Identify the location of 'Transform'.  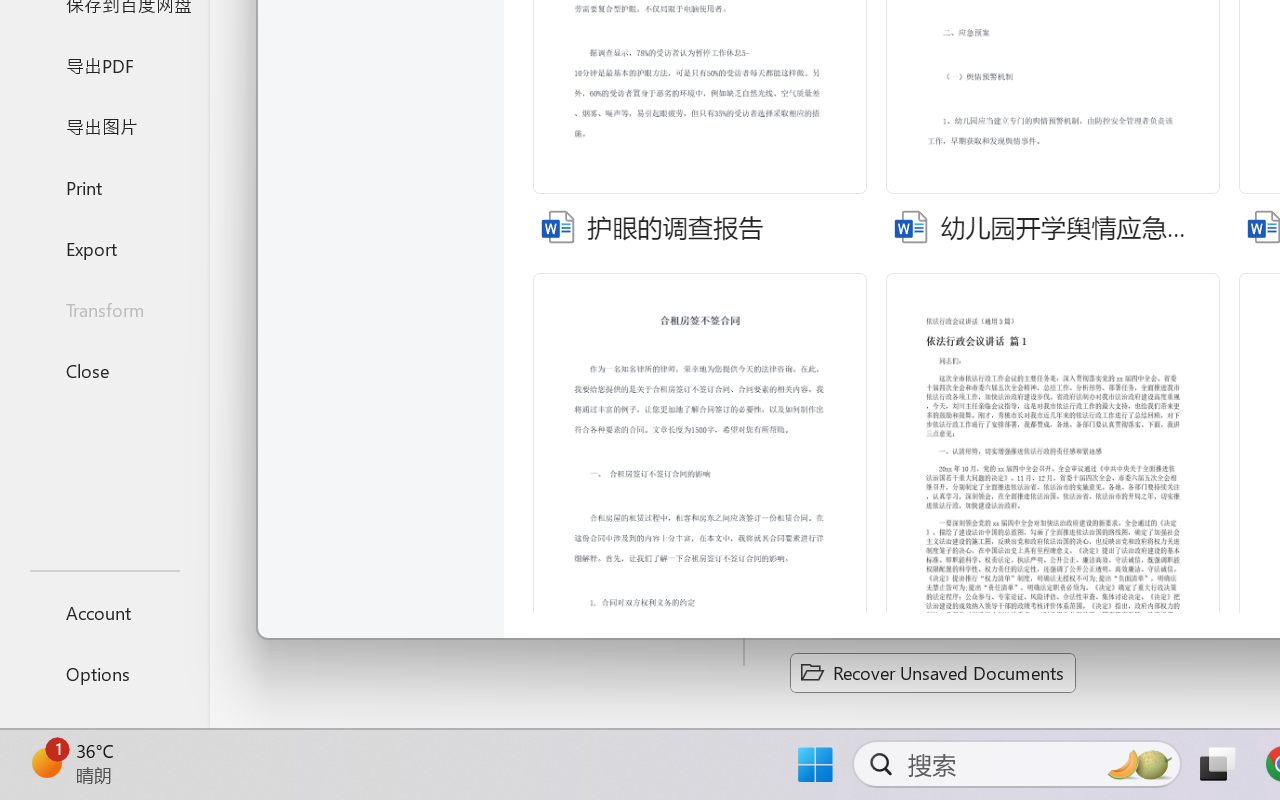
(103, 308).